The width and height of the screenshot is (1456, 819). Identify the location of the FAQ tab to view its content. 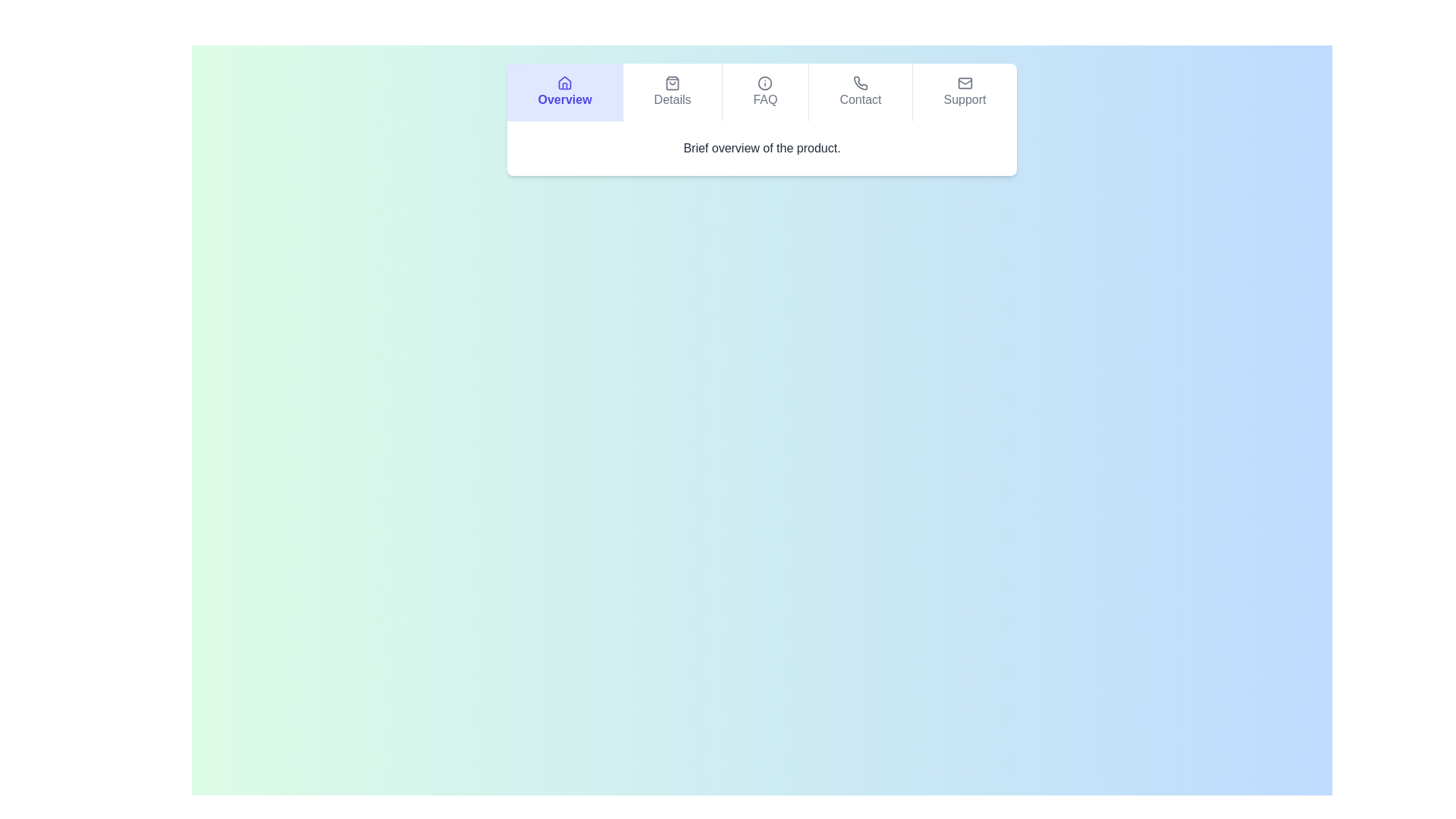
(764, 93).